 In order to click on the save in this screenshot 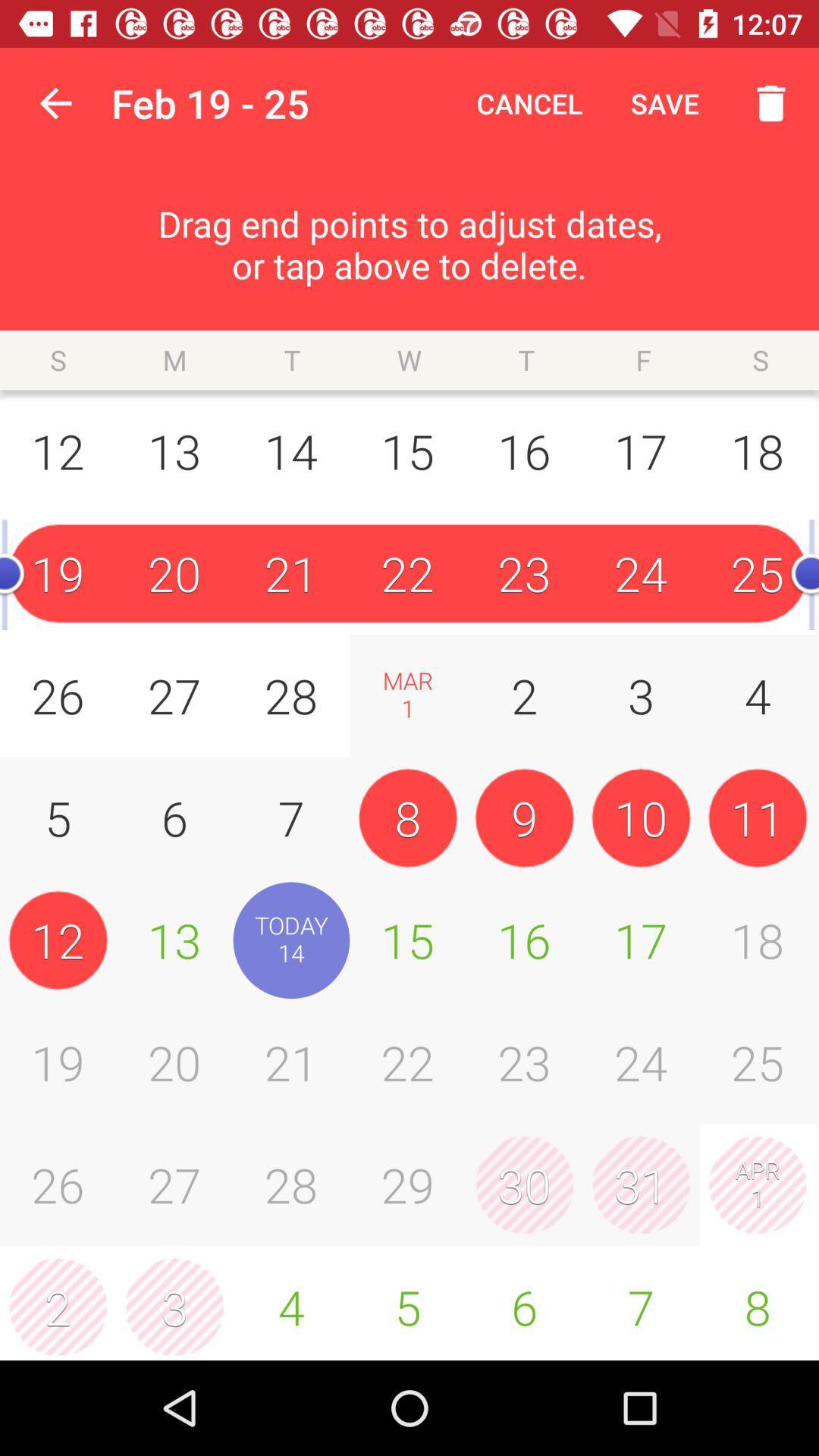, I will do `click(664, 102)`.